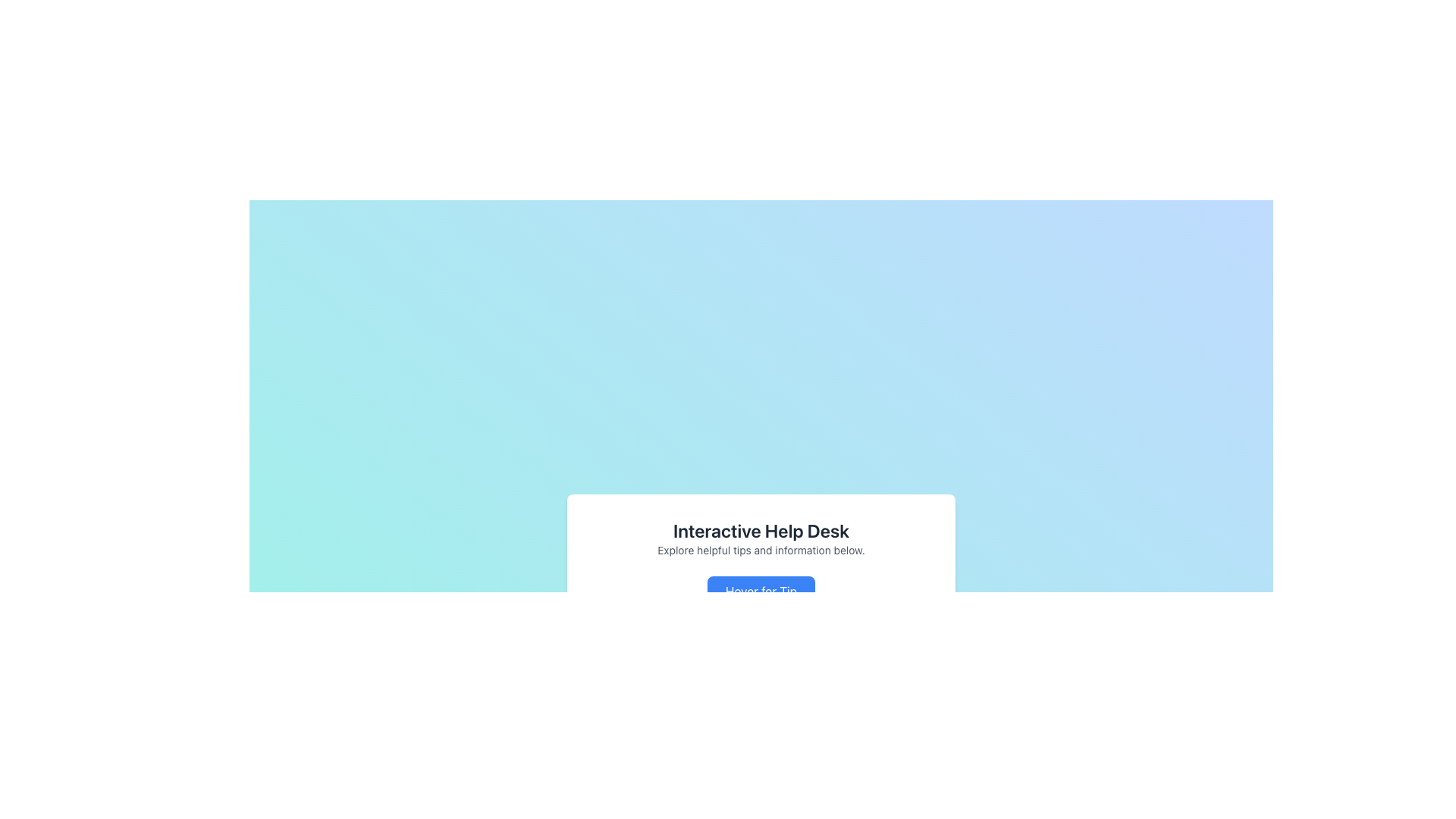 The image size is (1456, 819). Describe the element at coordinates (761, 590) in the screenshot. I see `the interactive help button located in the white panel of the help desk interface, positioned below the title text 'Interactive Help Desk'` at that location.